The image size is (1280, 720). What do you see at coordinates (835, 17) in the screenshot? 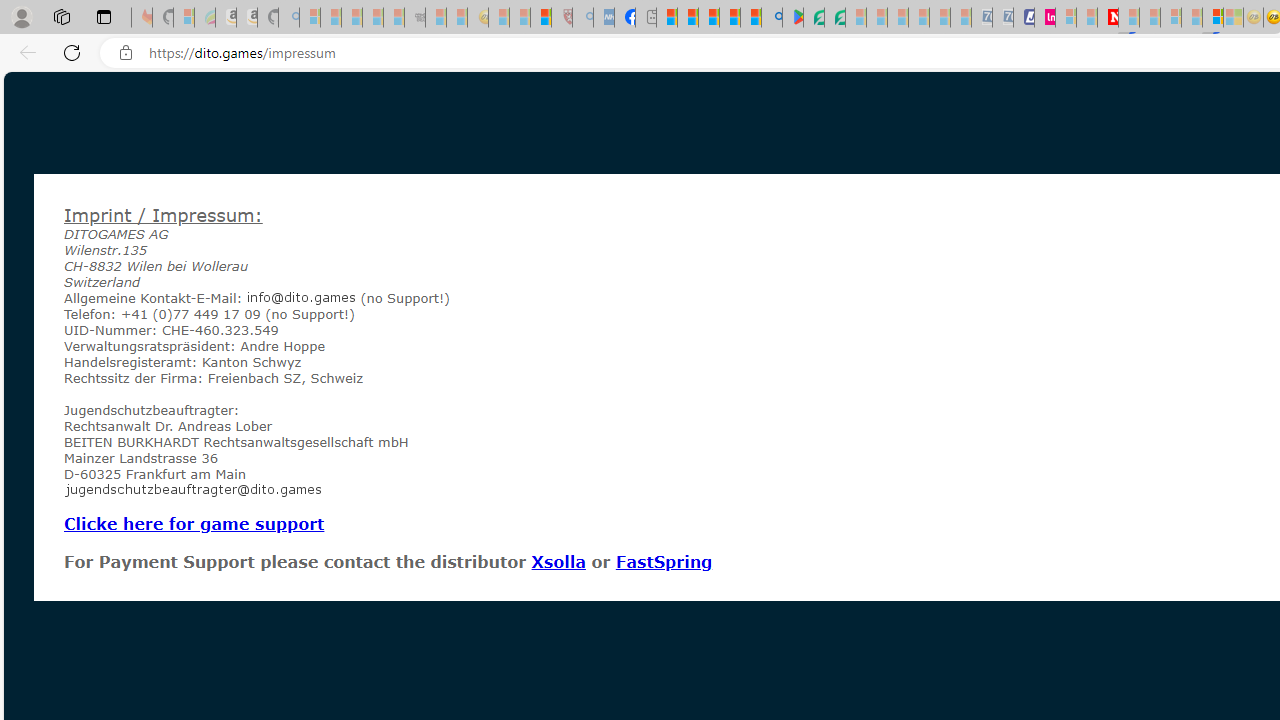
I see `'Microsoft Word - consumer-privacy address update 2.2021'` at bounding box center [835, 17].